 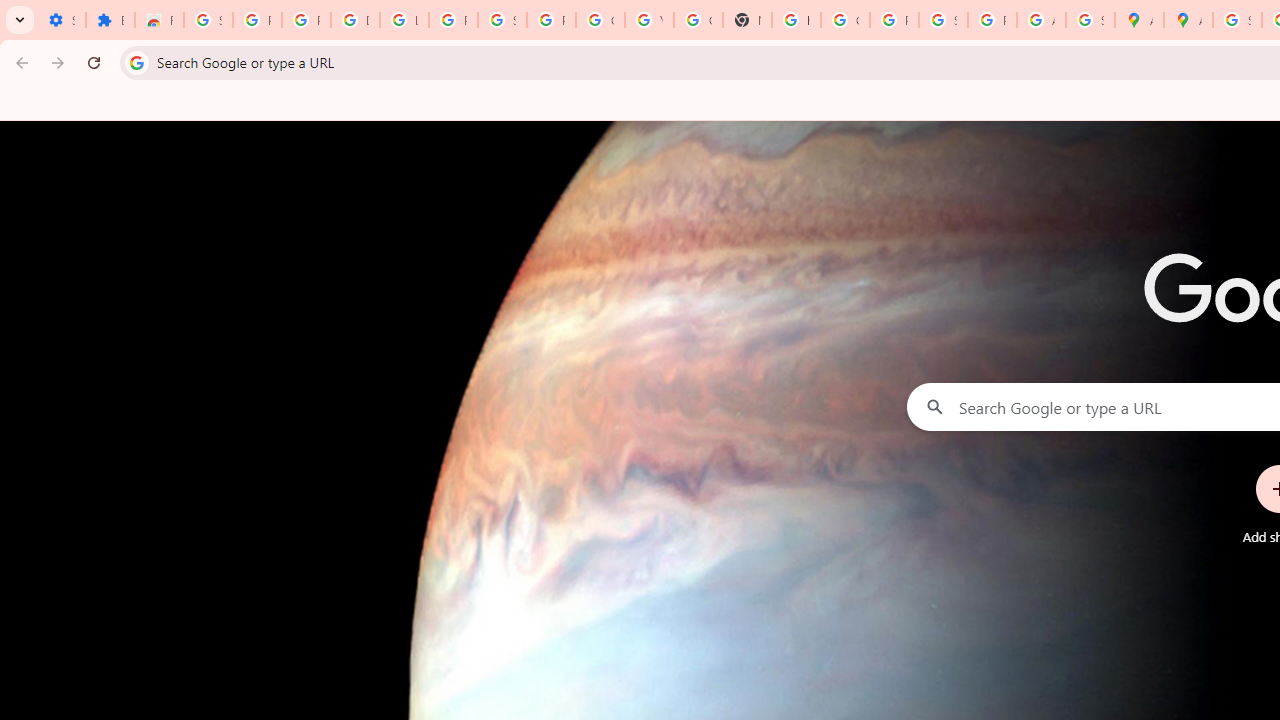 I want to click on 'Google Account', so click(x=599, y=20).